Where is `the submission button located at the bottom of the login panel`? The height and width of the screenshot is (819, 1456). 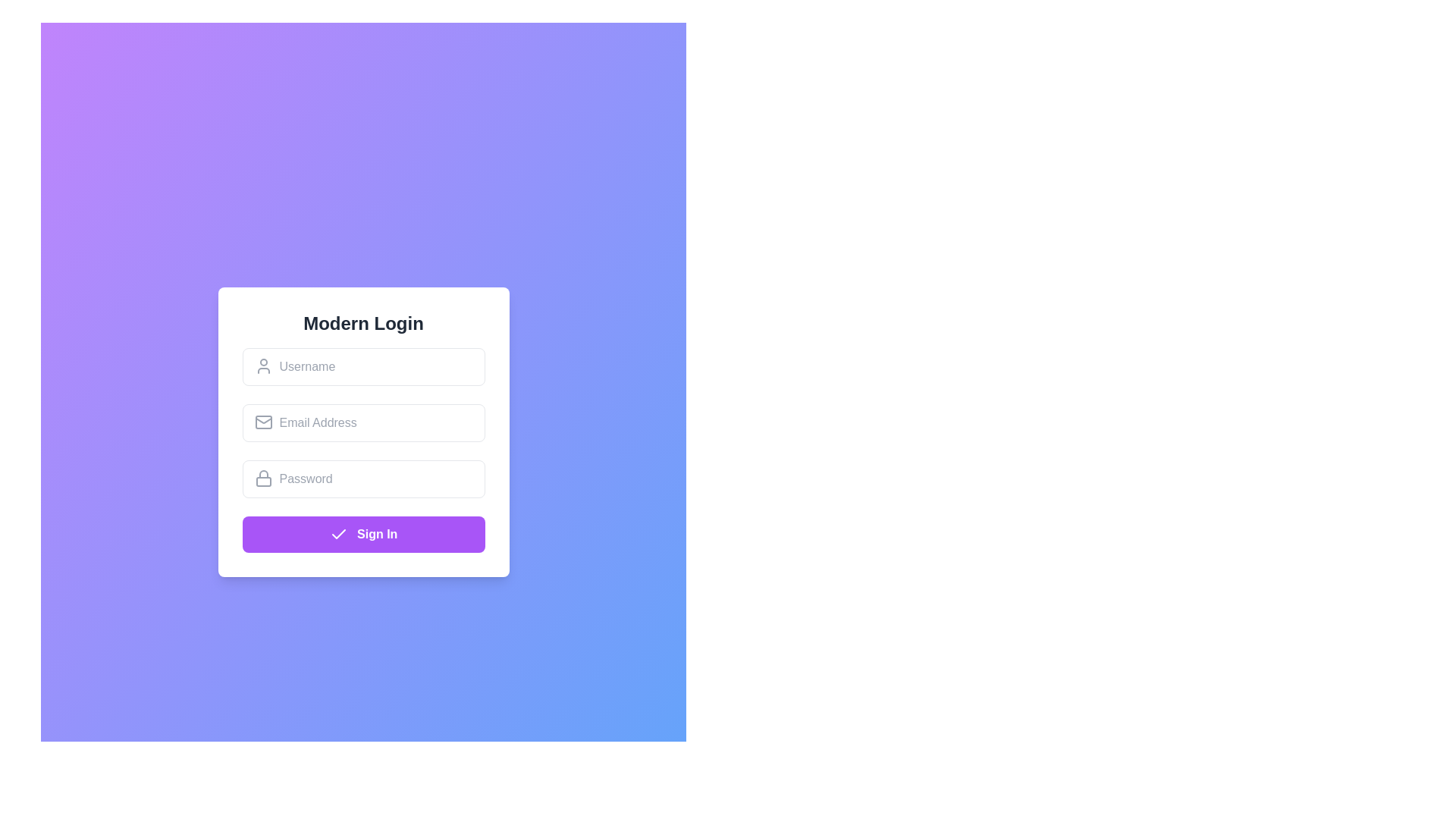
the submission button located at the bottom of the login panel is located at coordinates (362, 534).